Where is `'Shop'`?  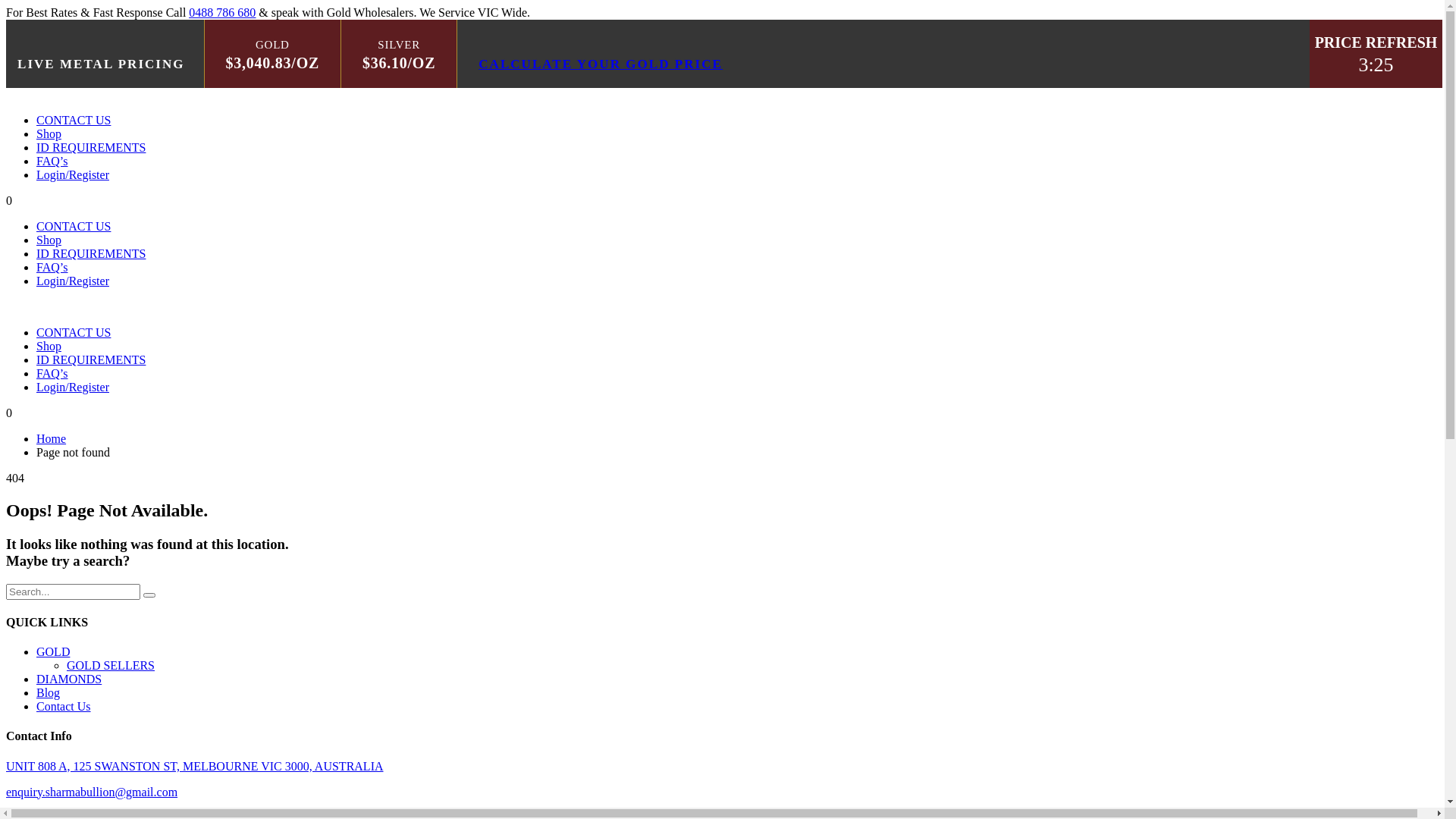
'Shop' is located at coordinates (49, 346).